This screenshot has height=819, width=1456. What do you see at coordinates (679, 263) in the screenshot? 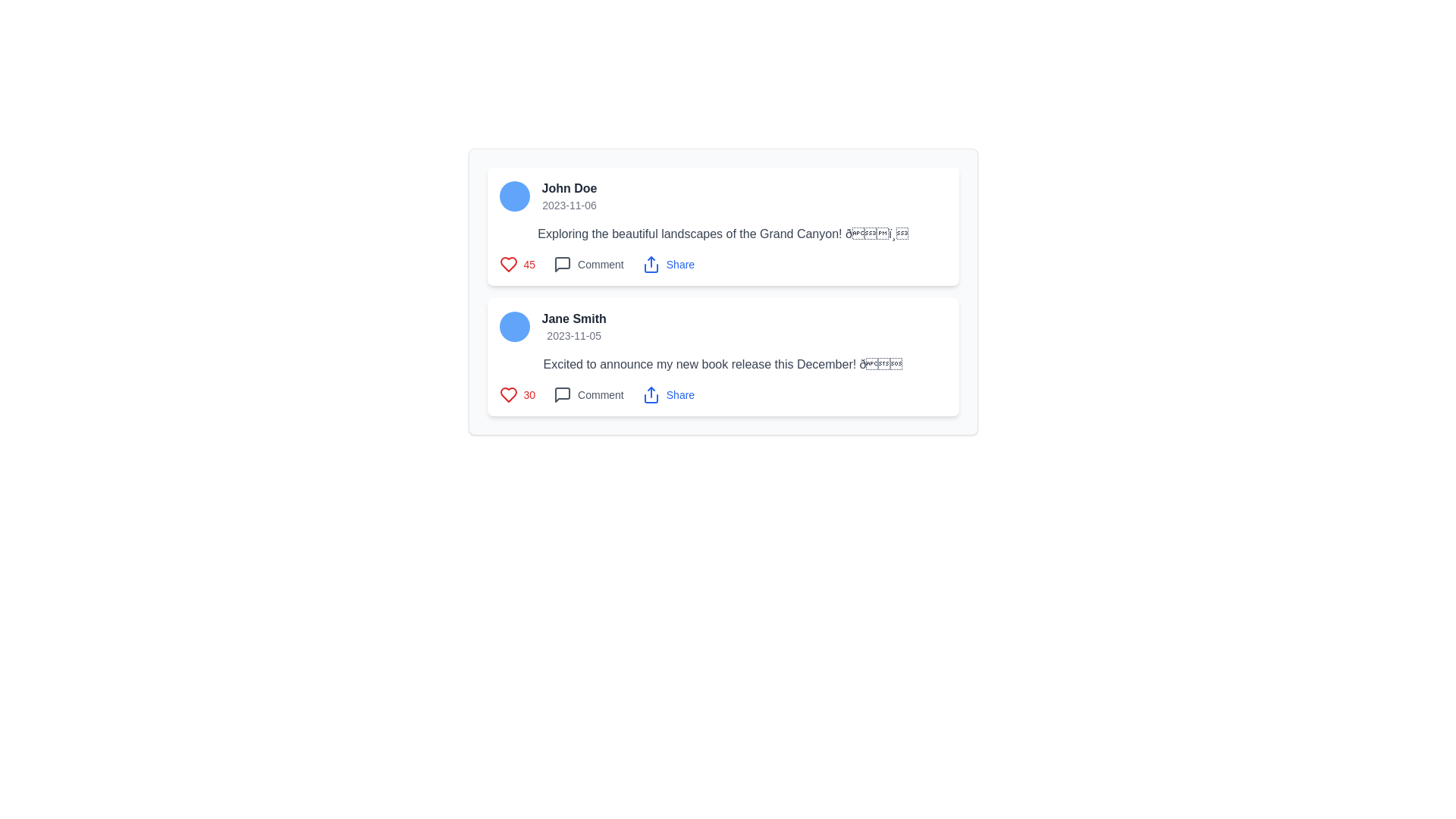
I see `the static text label for the sharing functionality, located at the right end of the action bar, second item to the right after the share symbol icon` at bounding box center [679, 263].